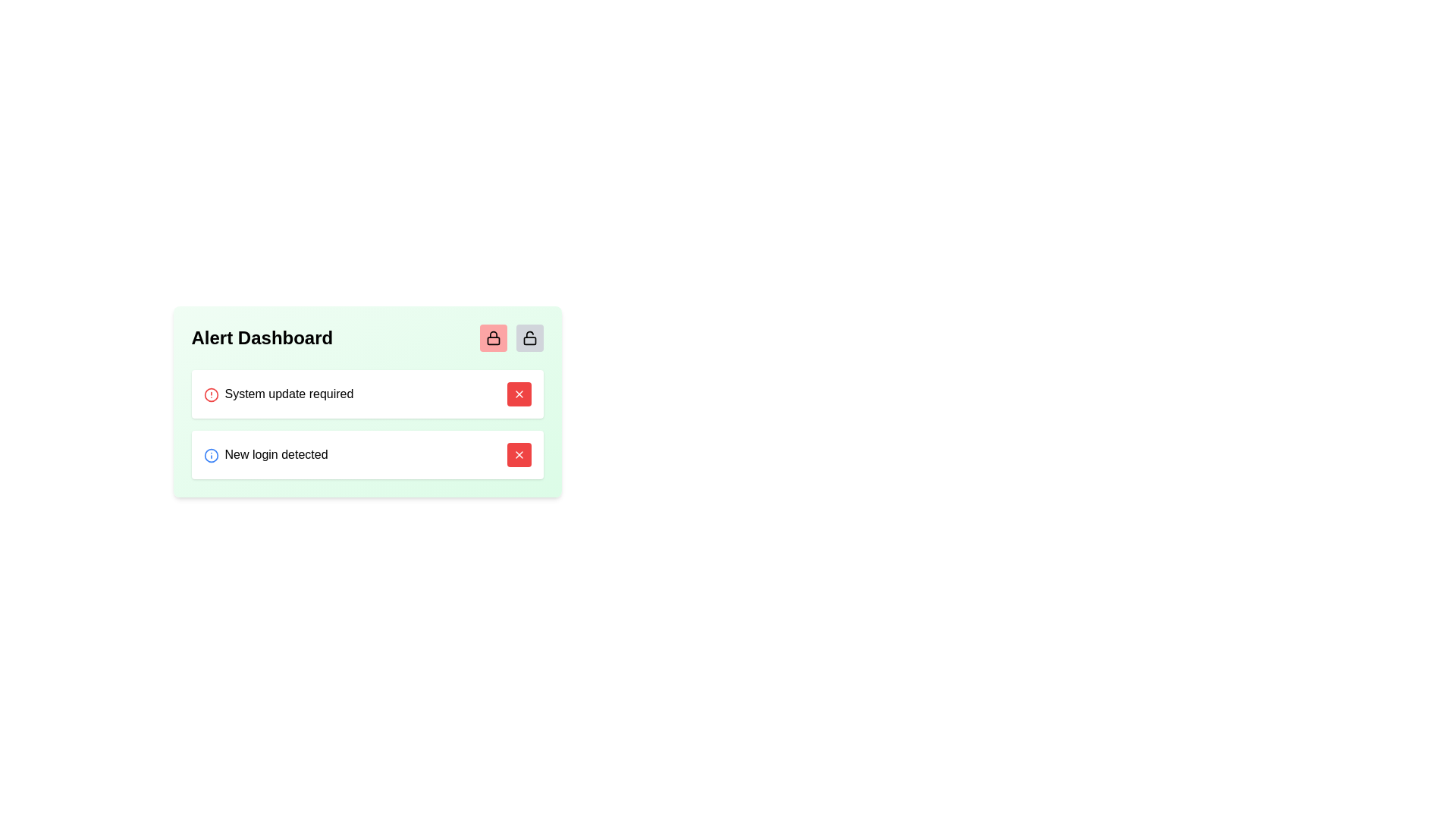  What do you see at coordinates (210, 394) in the screenshot?
I see `the red circular alert icon next to the text label 'System update required' in the 'Alert Dashboard'` at bounding box center [210, 394].